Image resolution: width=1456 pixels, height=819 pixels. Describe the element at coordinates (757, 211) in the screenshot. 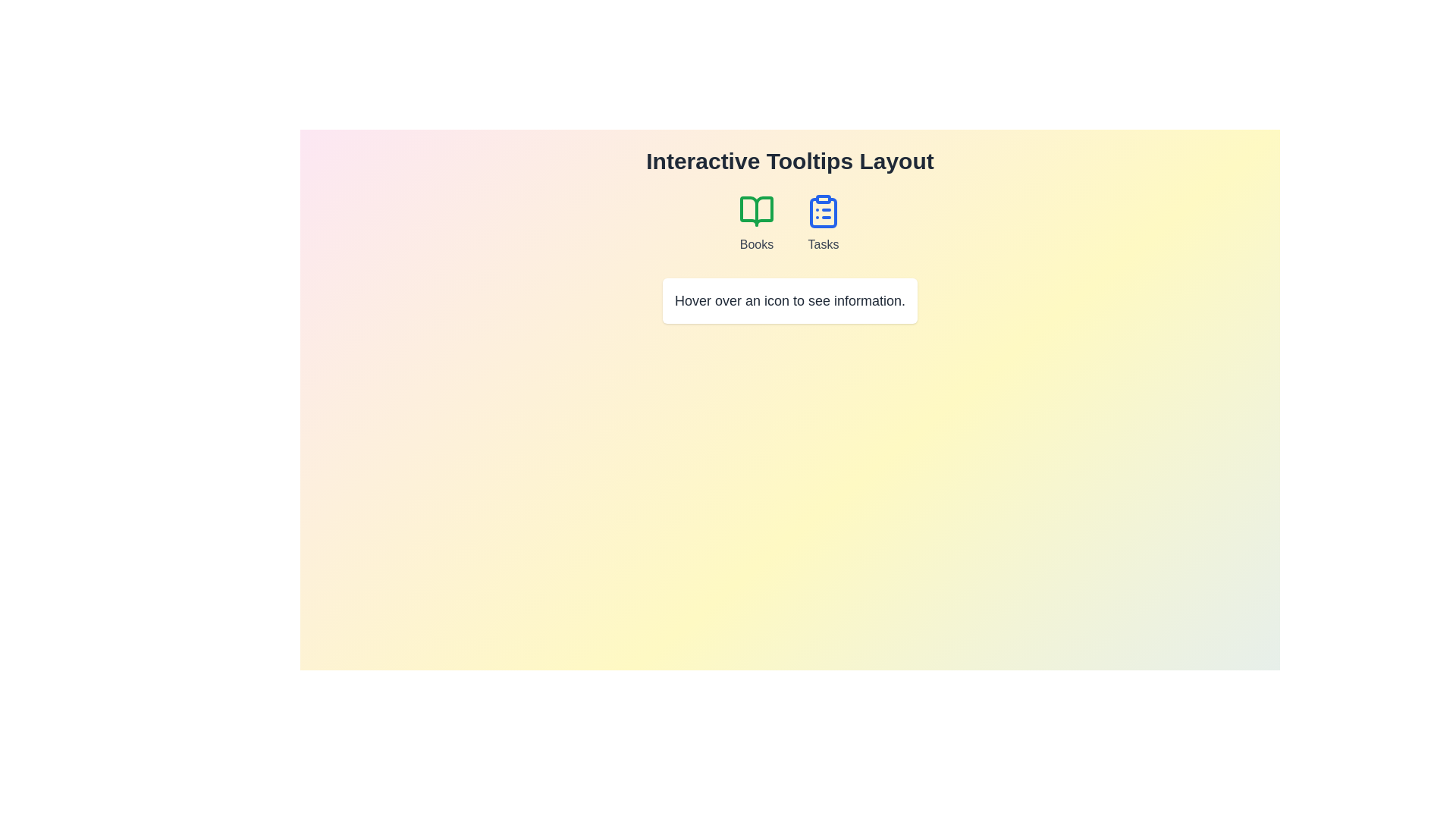

I see `the 'Books' icon located under the title 'Interactive Tooltips Layout'` at that location.